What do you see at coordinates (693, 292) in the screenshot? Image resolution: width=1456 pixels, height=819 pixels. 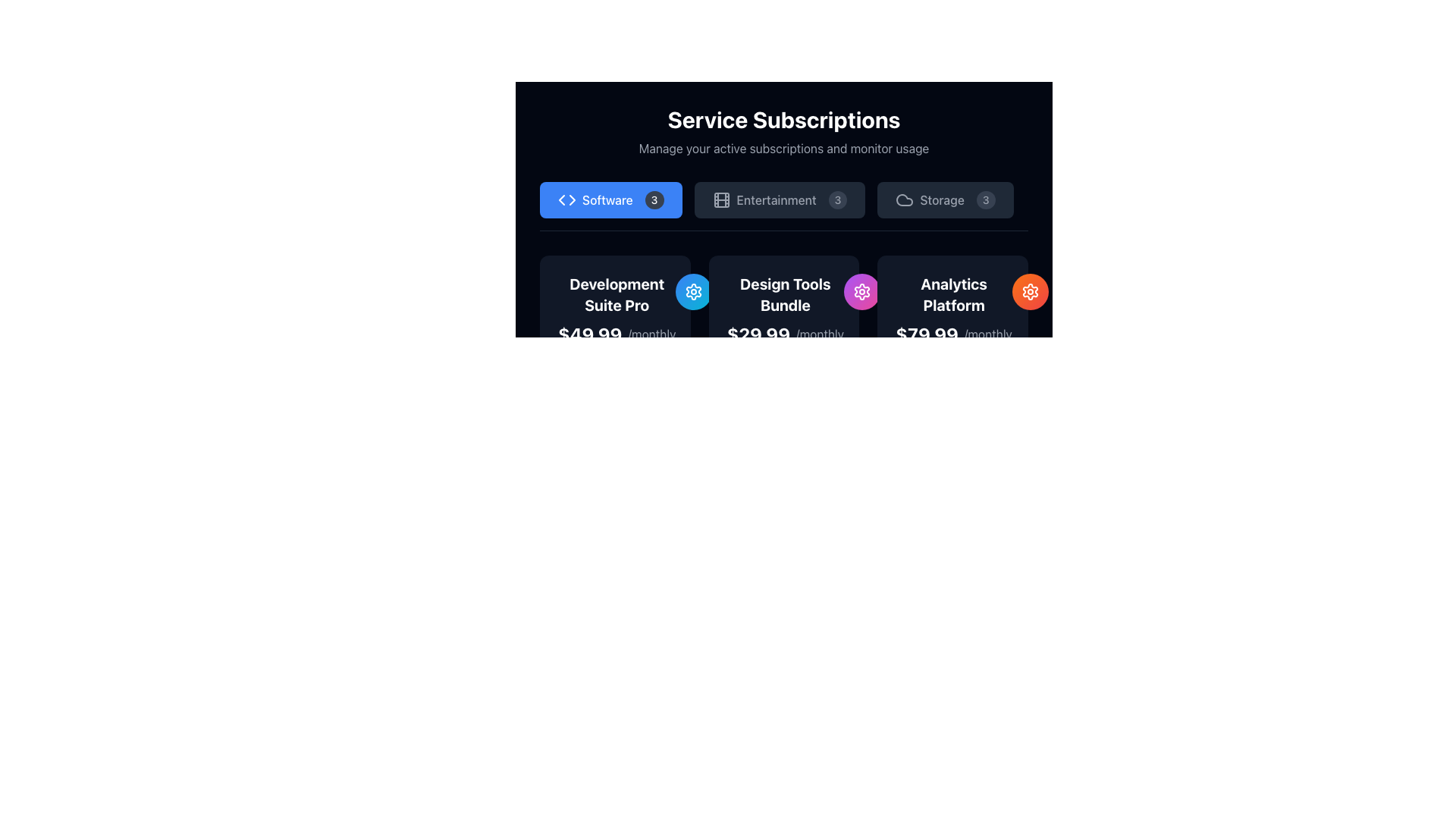 I see `the circular icon button with a gradient background and a white gear icon, located directly above the text 'Development Suite Pro' and to the right of other subscription options` at bounding box center [693, 292].